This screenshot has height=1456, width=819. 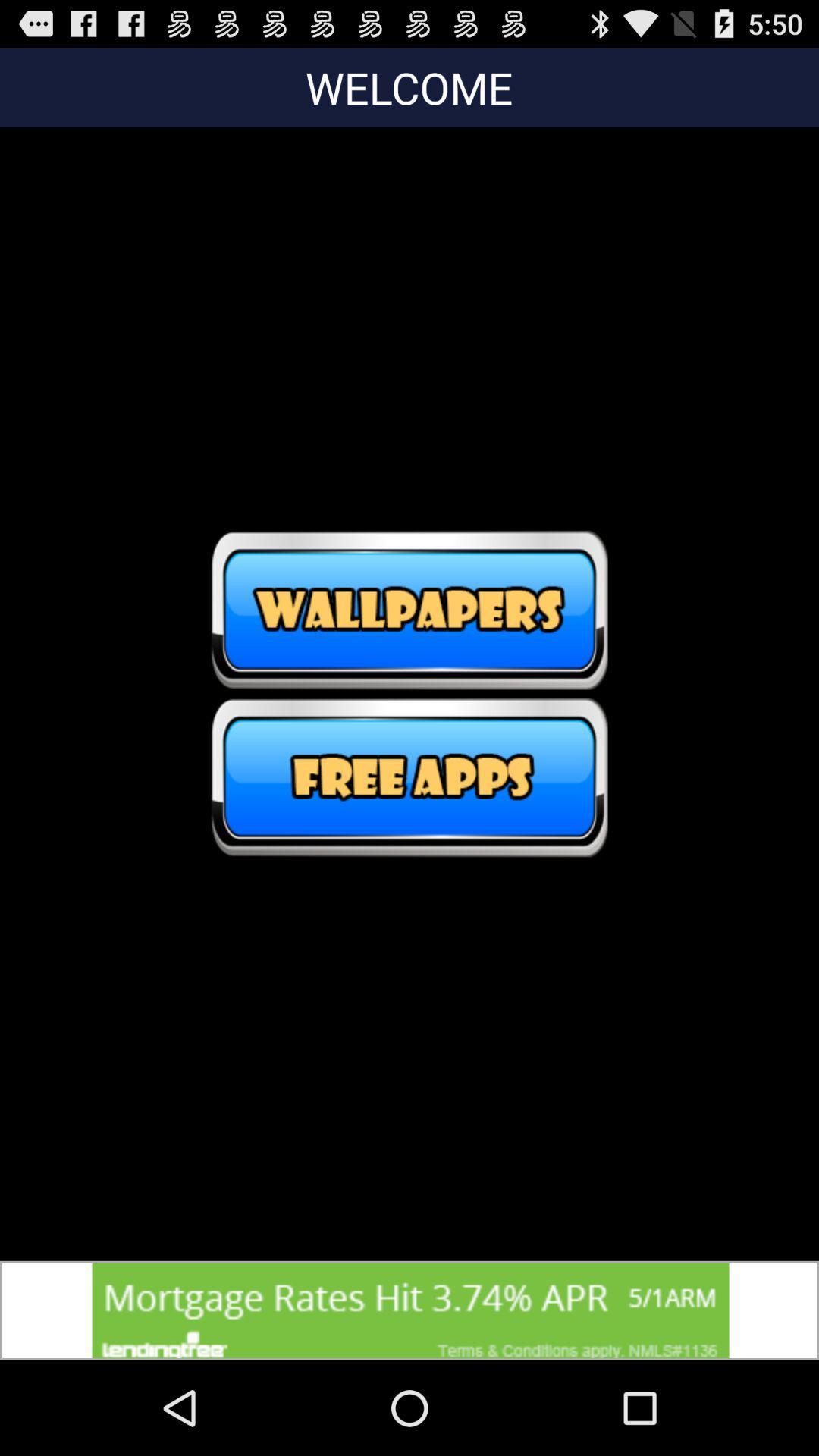 What do you see at coordinates (409, 610) in the screenshot?
I see `wallpapers switch option` at bounding box center [409, 610].